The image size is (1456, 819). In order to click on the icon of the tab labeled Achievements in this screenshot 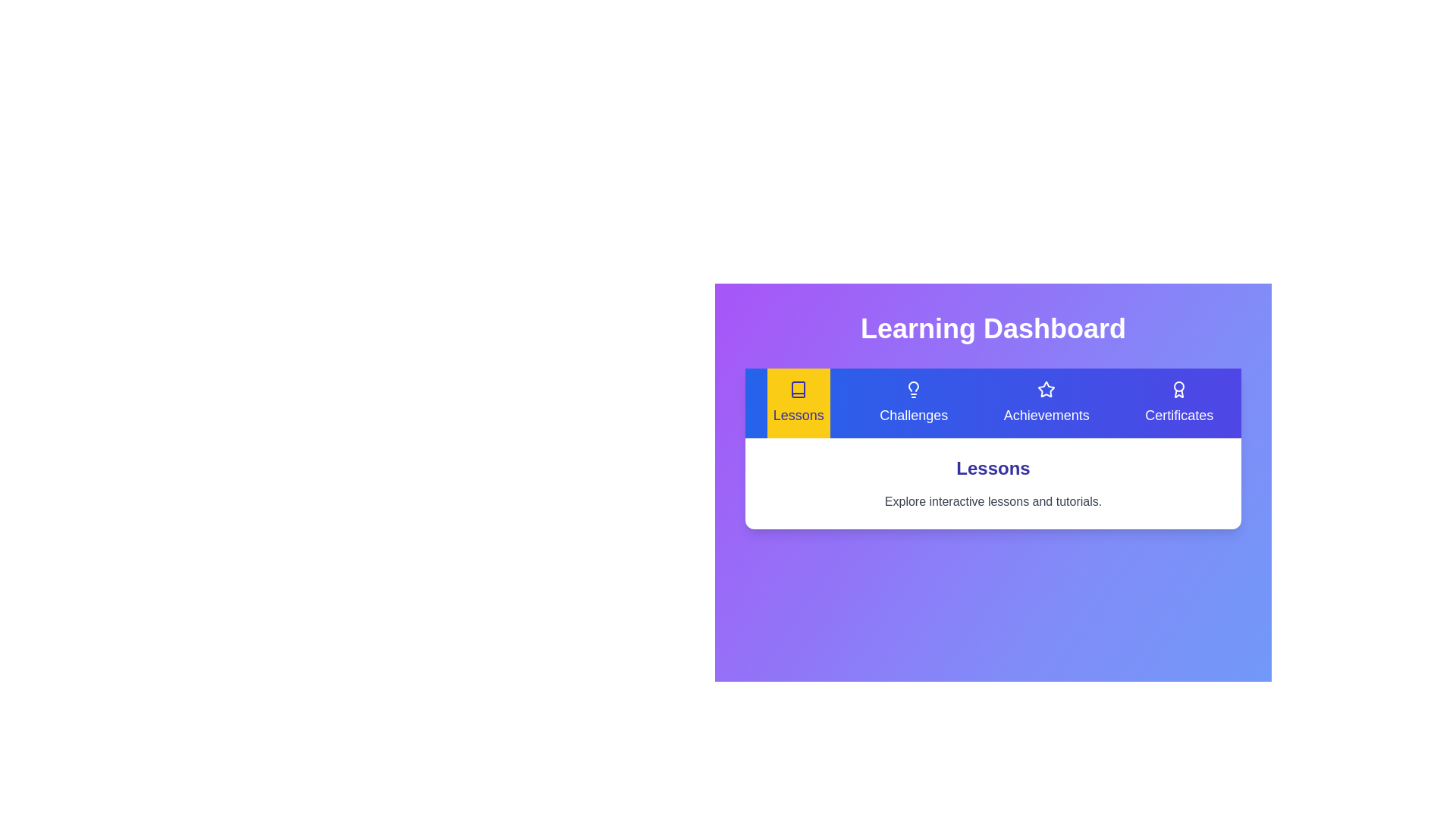, I will do `click(1046, 388)`.